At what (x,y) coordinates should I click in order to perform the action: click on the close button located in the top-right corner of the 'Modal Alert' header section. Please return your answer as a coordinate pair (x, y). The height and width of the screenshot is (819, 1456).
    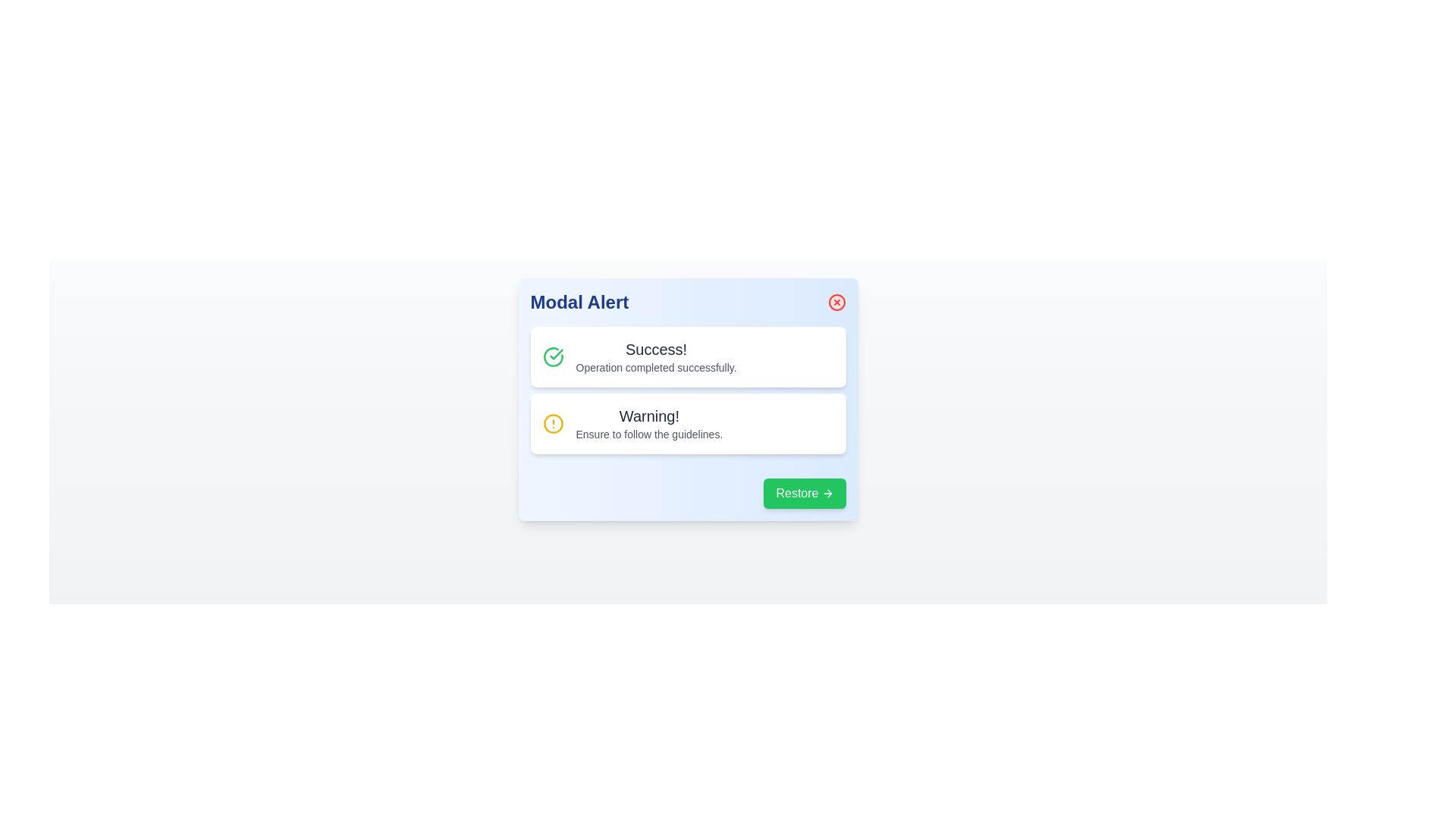
    Looking at the image, I should click on (836, 302).